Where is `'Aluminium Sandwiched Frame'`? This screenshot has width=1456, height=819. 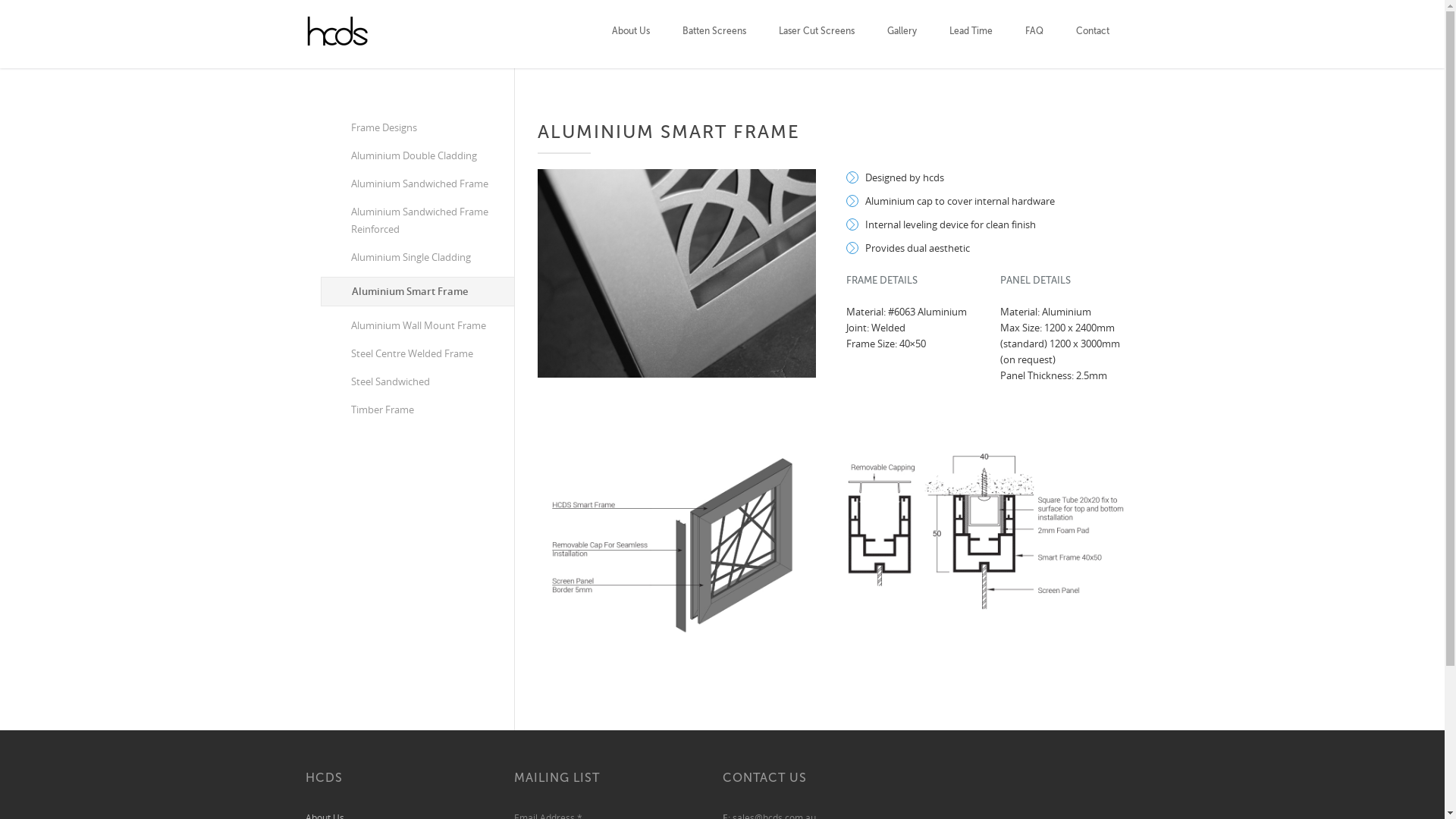
'Aluminium Sandwiched Frame' is located at coordinates (416, 183).